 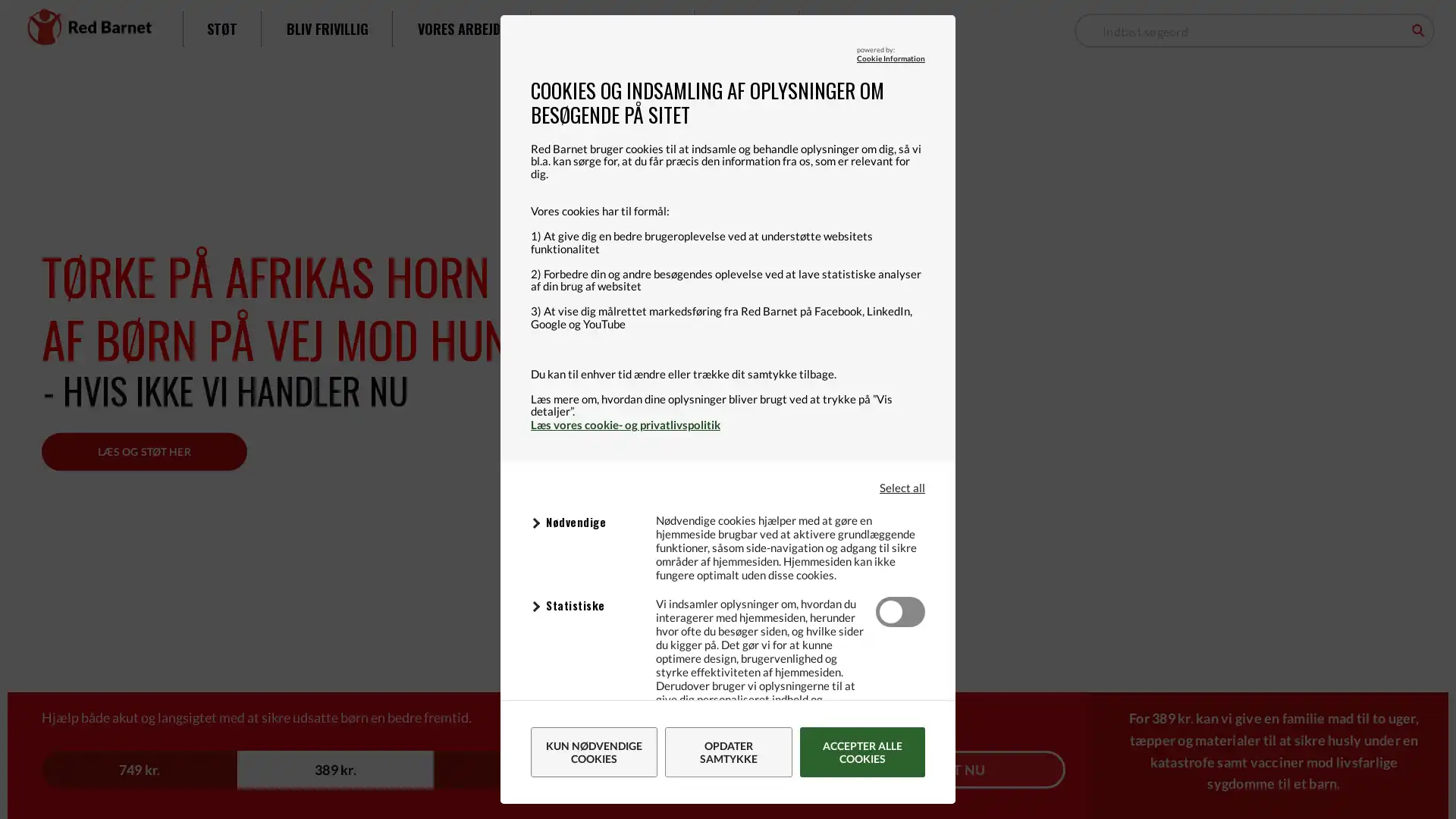 I want to click on Data Processor: Facebook Formal: Identificerer browsere med det formal at levere reklamer og website statistik. Data Processor Privacy Policy: Facebook - Data Processor Privacy Policy Udlb: 3 maneder Navn: _fbp Udbyder: .redbarnet.dk Data Processor: Facebook Formal: Sttter online markedsfring ved at indsamle oplysninger om brugerne til at promovere produkter gennem partnere og andre platforme. Data Processor Privacy Policy: Facebook - Data Processor Privacy Policy Udlb: Session Navn: Udbyder: www.facebook.com Data Processor: Youtube, Google Formal: Indsamler oplysninger om brugerne og deres aktivitet pa websitet via indlejrede videospillere med det formal at levere malrettet annoncering. Data Processor Privacy Policy: Youtube, Google - Data Processor Privacy Policy Udlb: Session Navn: YSC Udbyder: .youtube.com, so click(x=585, y=744).